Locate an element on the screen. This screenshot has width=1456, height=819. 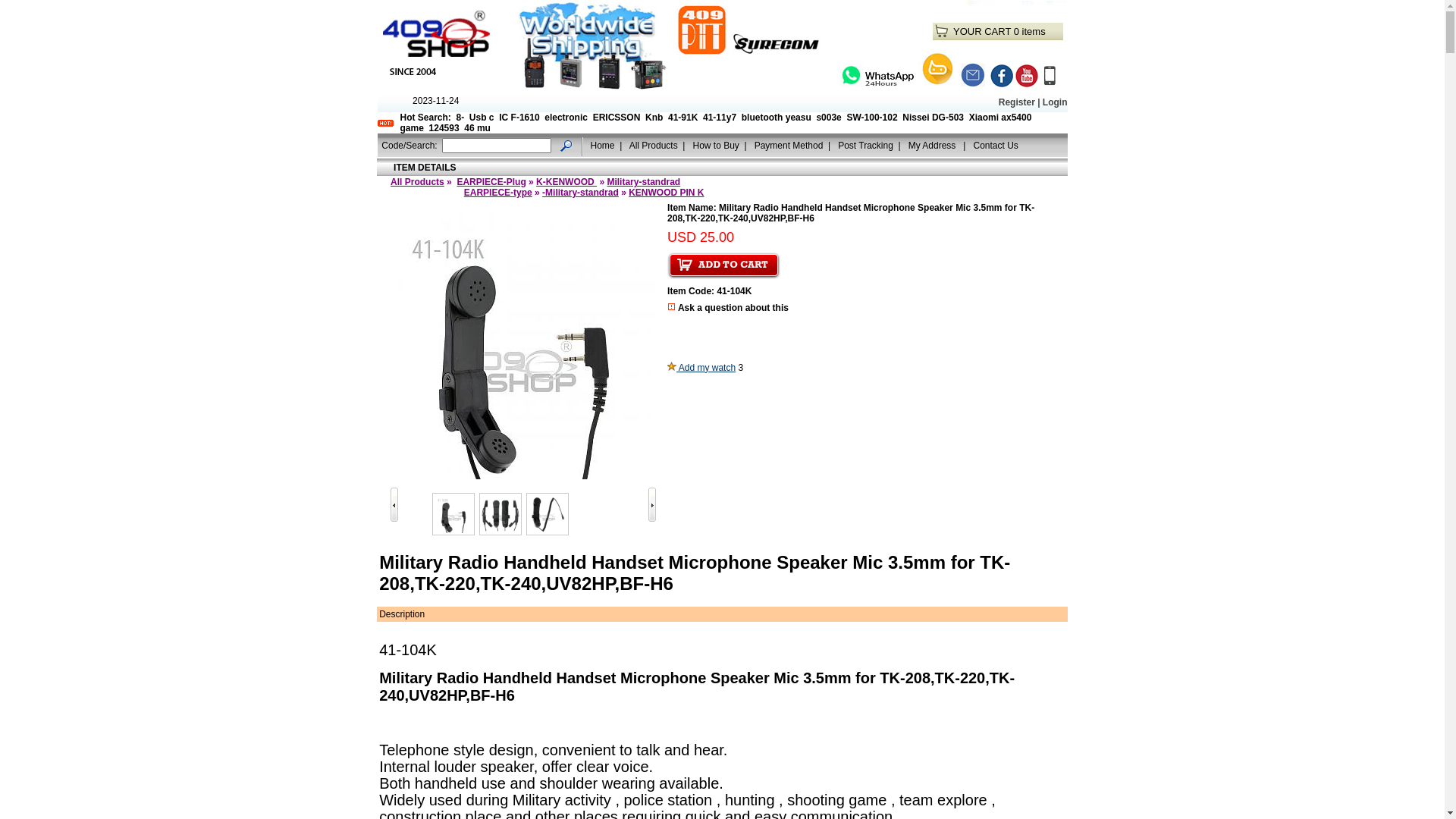
'Register' is located at coordinates (1016, 102).